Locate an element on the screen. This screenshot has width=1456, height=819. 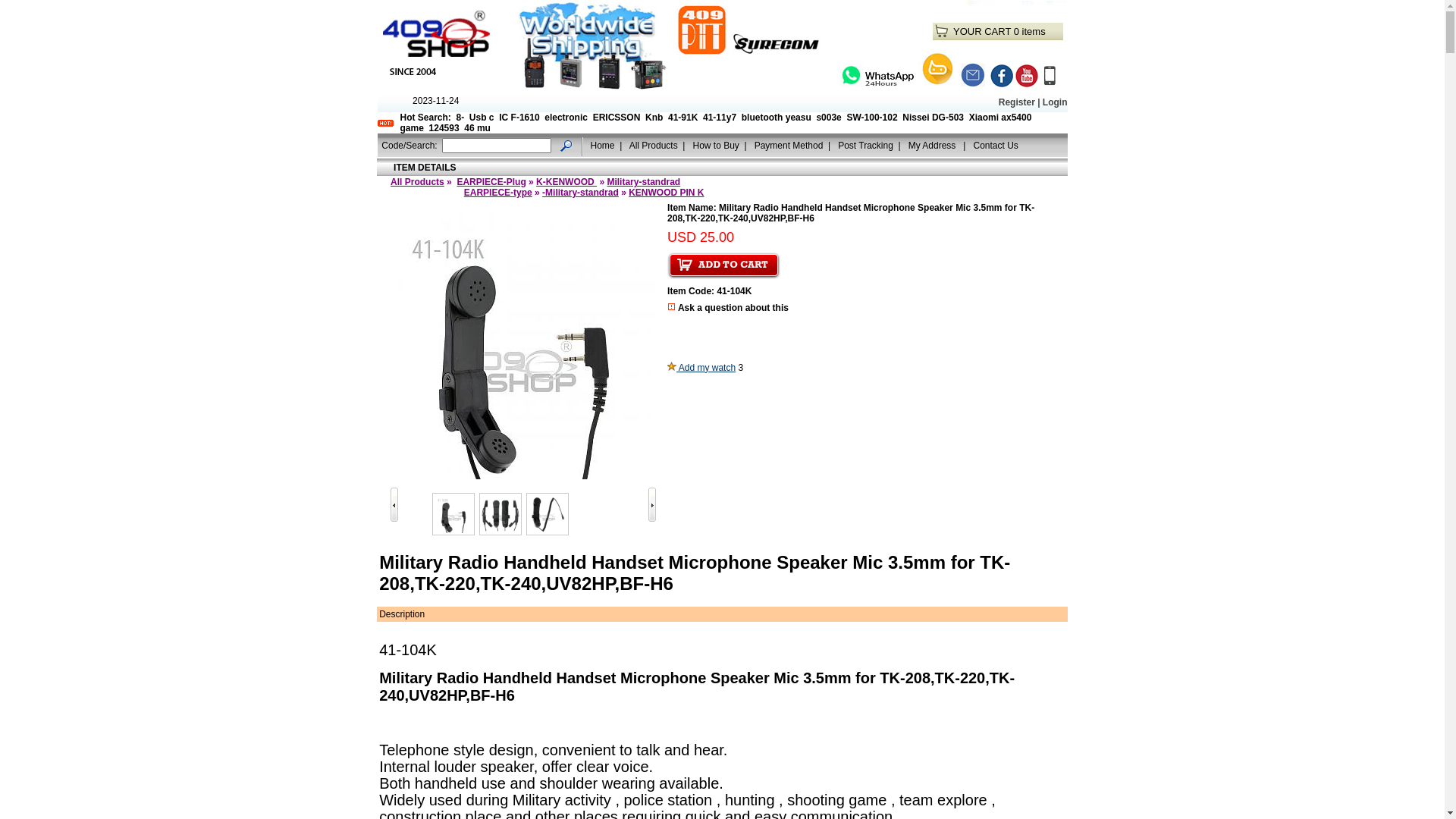
'Register' is located at coordinates (1016, 102).